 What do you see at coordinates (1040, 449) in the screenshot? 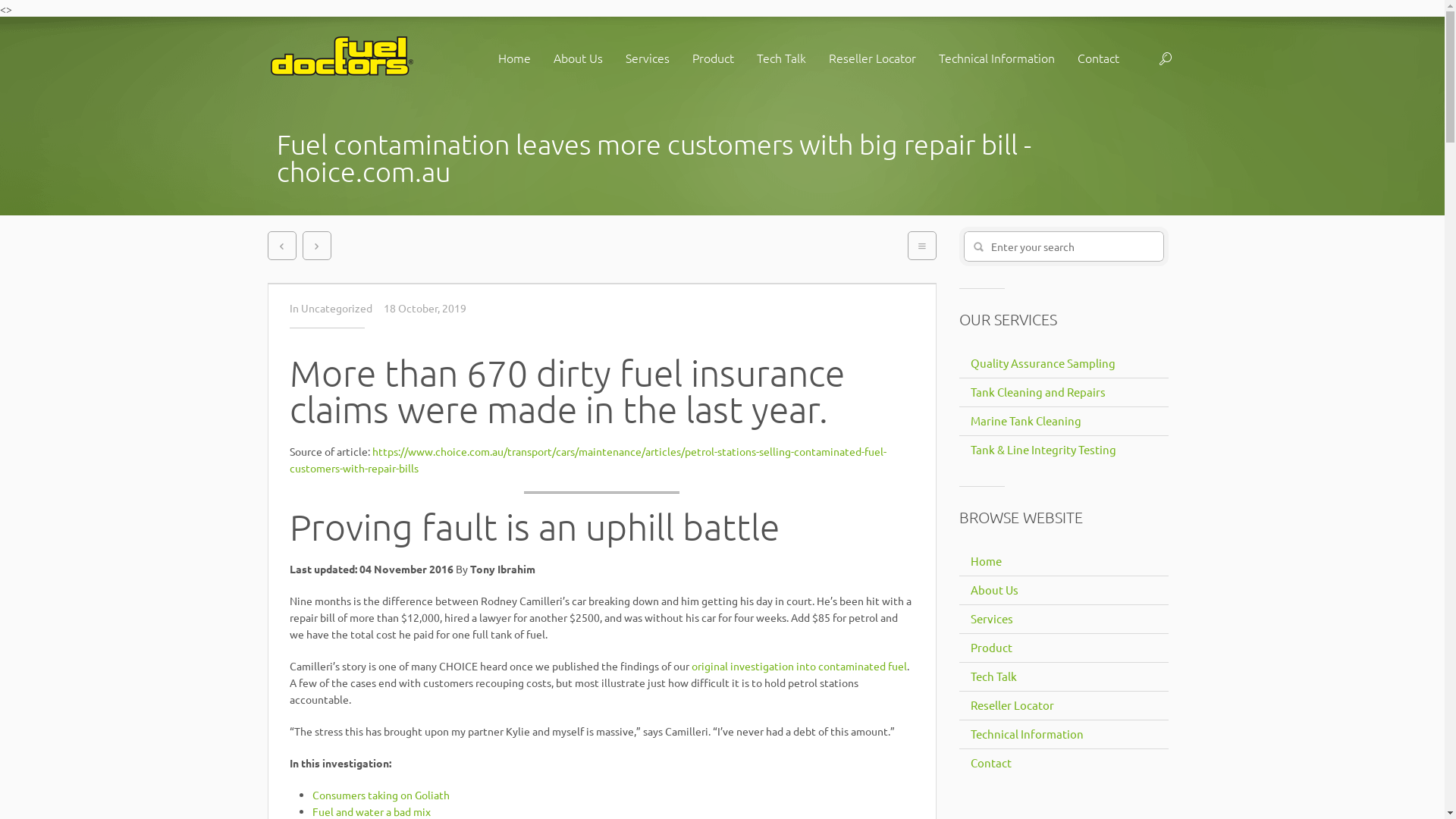
I see `'Tank & Line Integrity Testing'` at bounding box center [1040, 449].